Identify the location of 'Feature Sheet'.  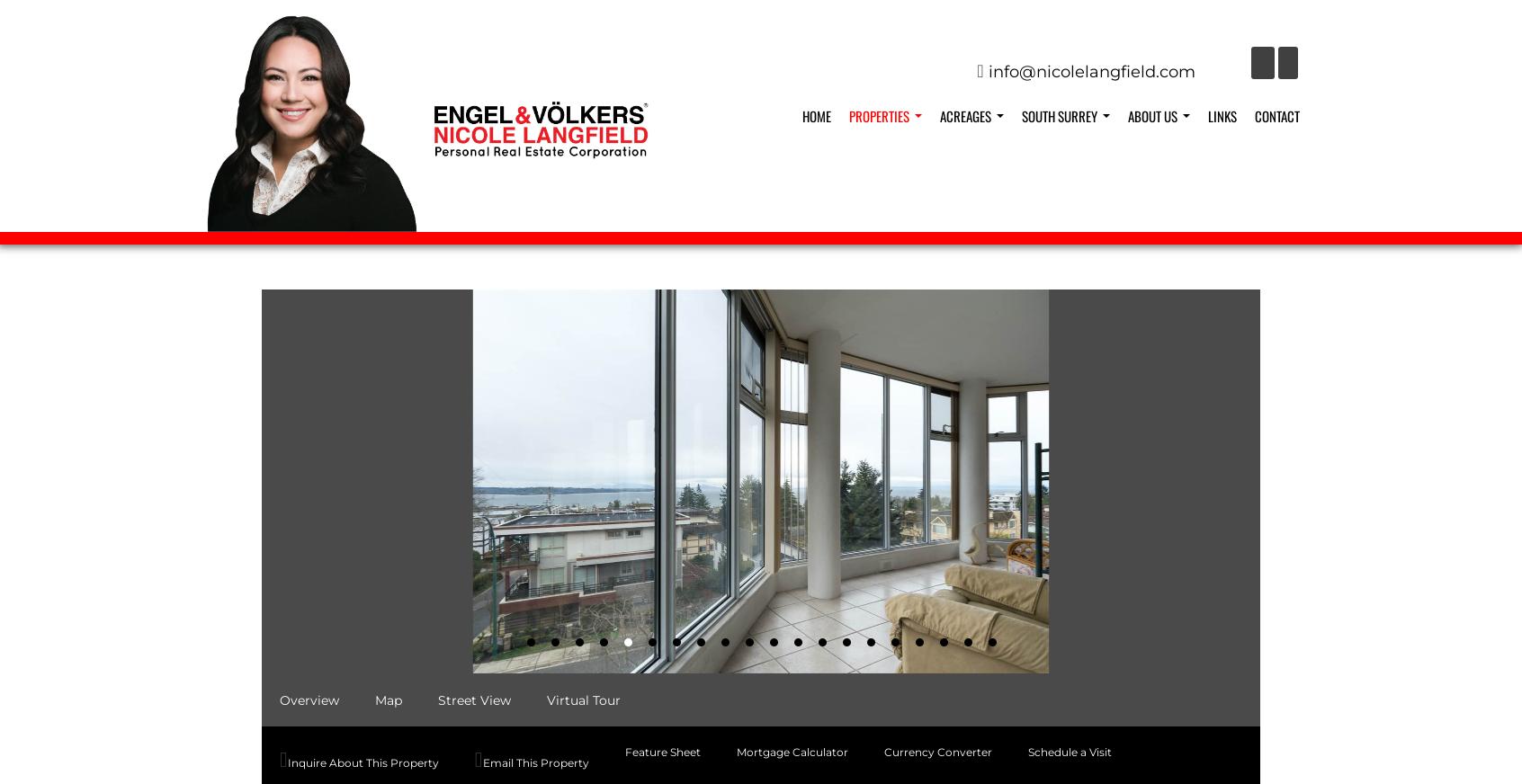
(661, 751).